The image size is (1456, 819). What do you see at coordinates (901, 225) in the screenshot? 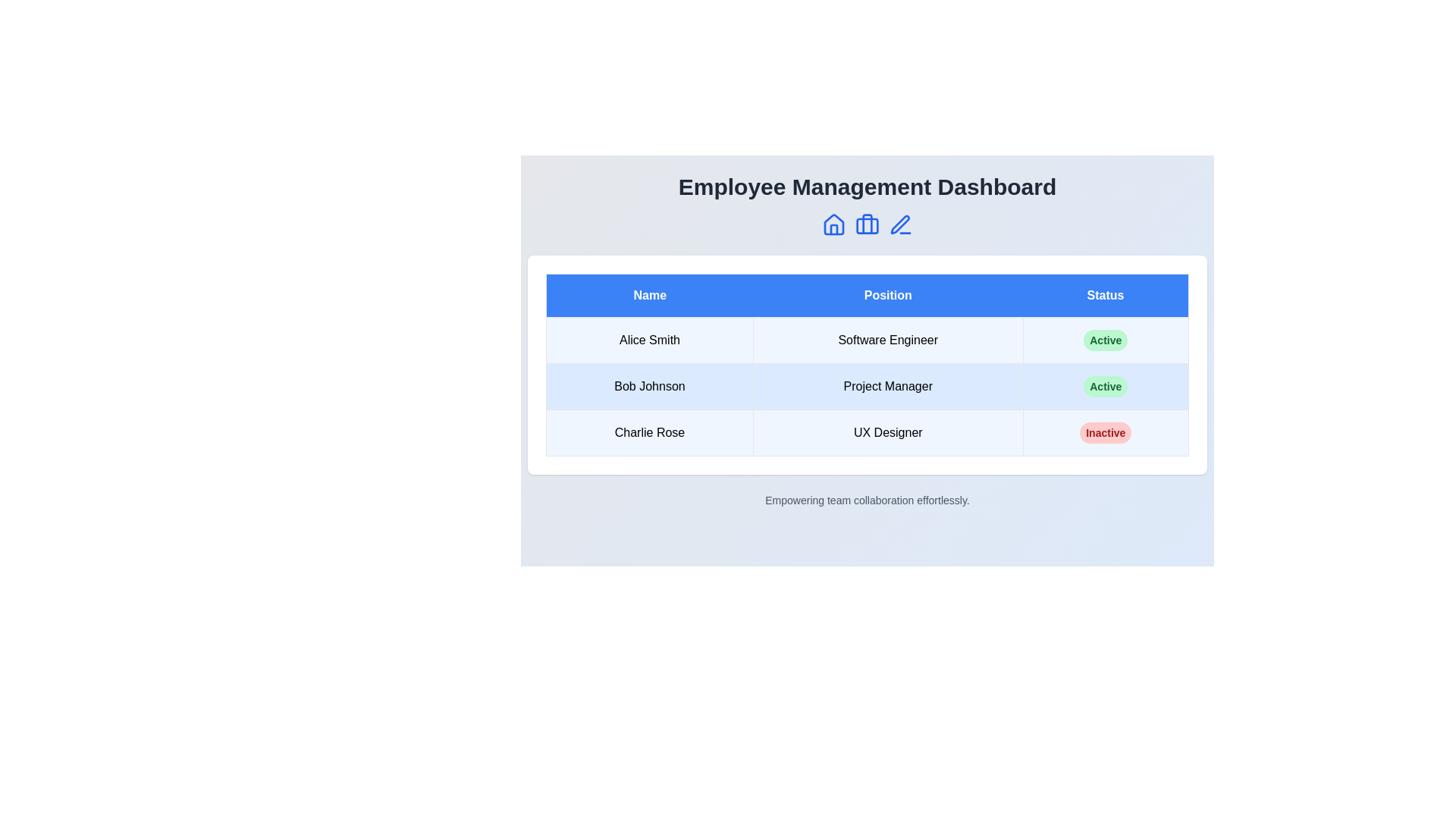
I see `the pen icon in the top menu of the Employee Management Dashboard` at bounding box center [901, 225].